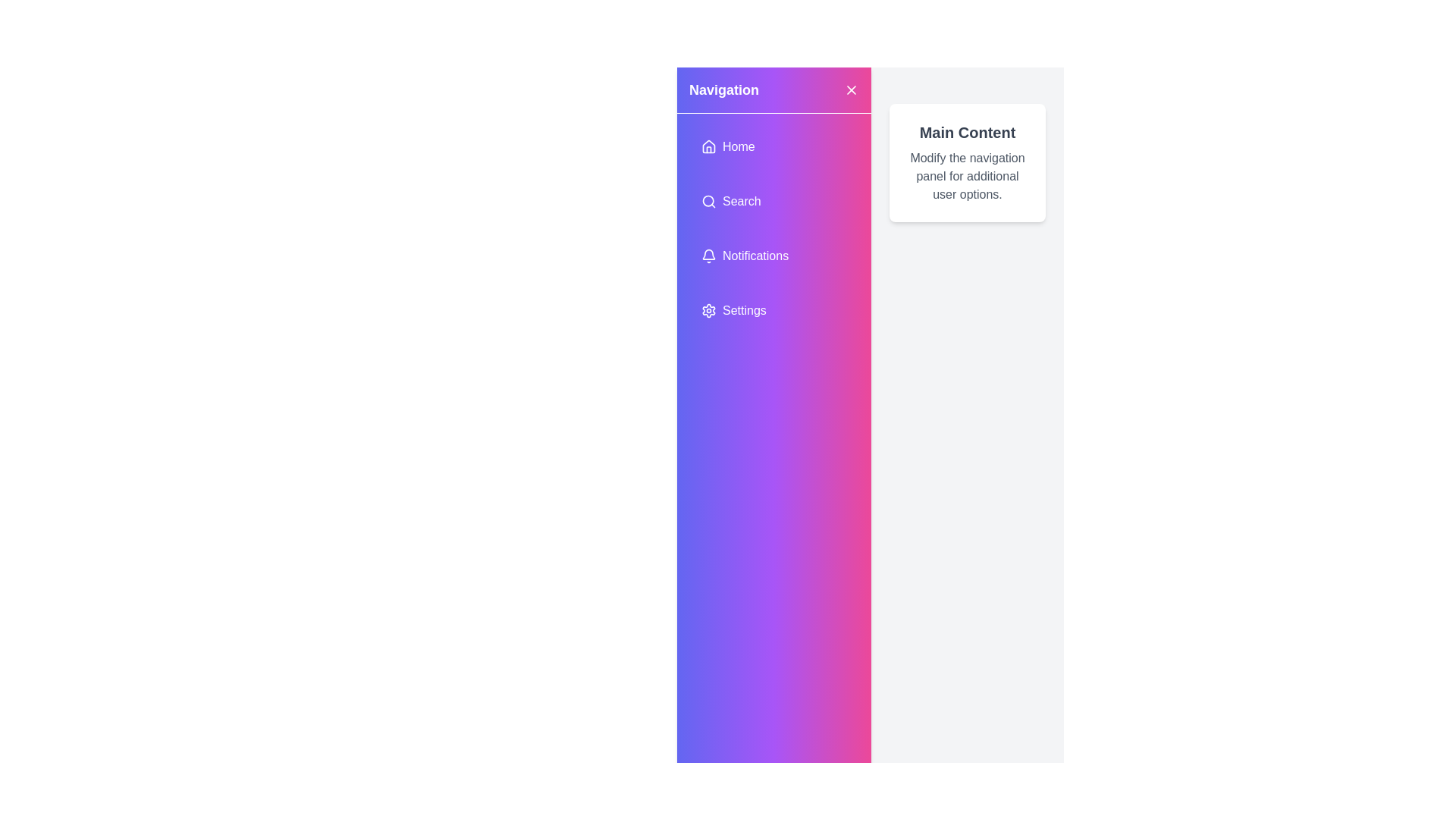 The width and height of the screenshot is (1456, 819). I want to click on the bell-shaped notifications icon located in the left vertical navigation bar, so click(708, 253).